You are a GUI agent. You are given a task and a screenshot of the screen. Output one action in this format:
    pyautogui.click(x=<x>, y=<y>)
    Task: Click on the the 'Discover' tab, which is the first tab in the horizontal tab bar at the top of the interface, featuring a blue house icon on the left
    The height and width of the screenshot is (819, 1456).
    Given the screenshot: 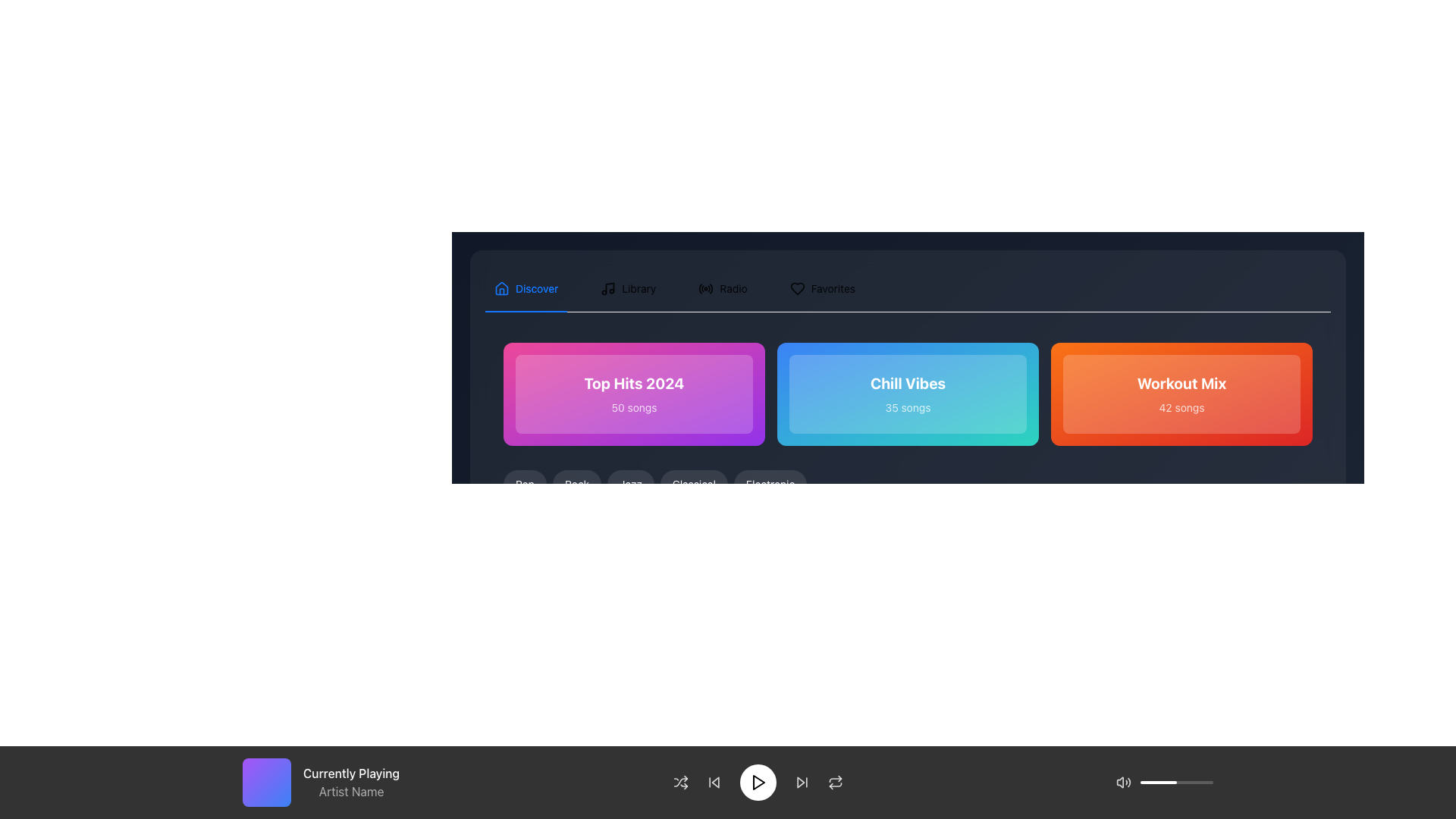 What is the action you would take?
    pyautogui.click(x=526, y=289)
    